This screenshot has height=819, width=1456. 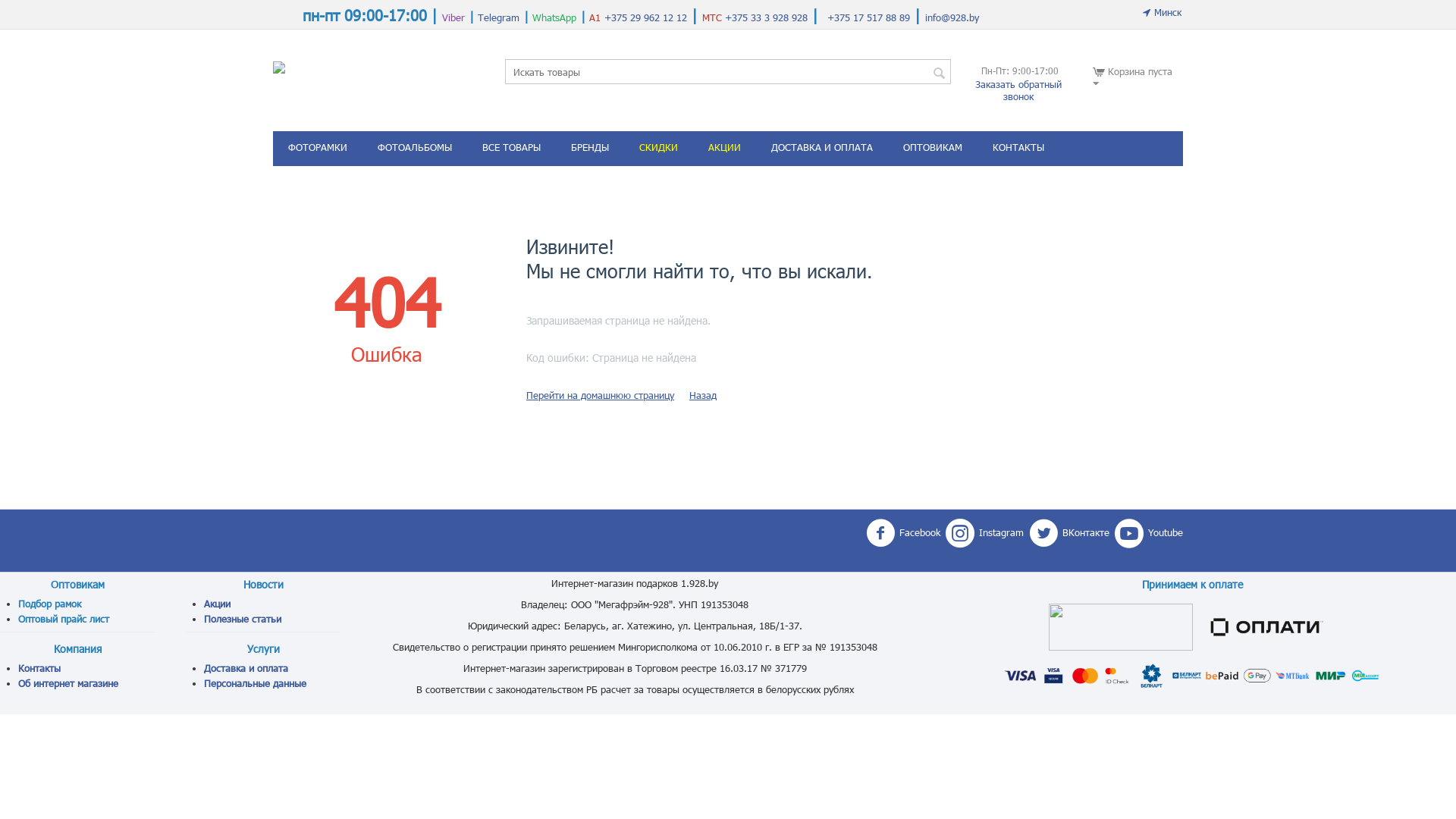 What do you see at coordinates (1149, 532) in the screenshot?
I see `'Youtube'` at bounding box center [1149, 532].